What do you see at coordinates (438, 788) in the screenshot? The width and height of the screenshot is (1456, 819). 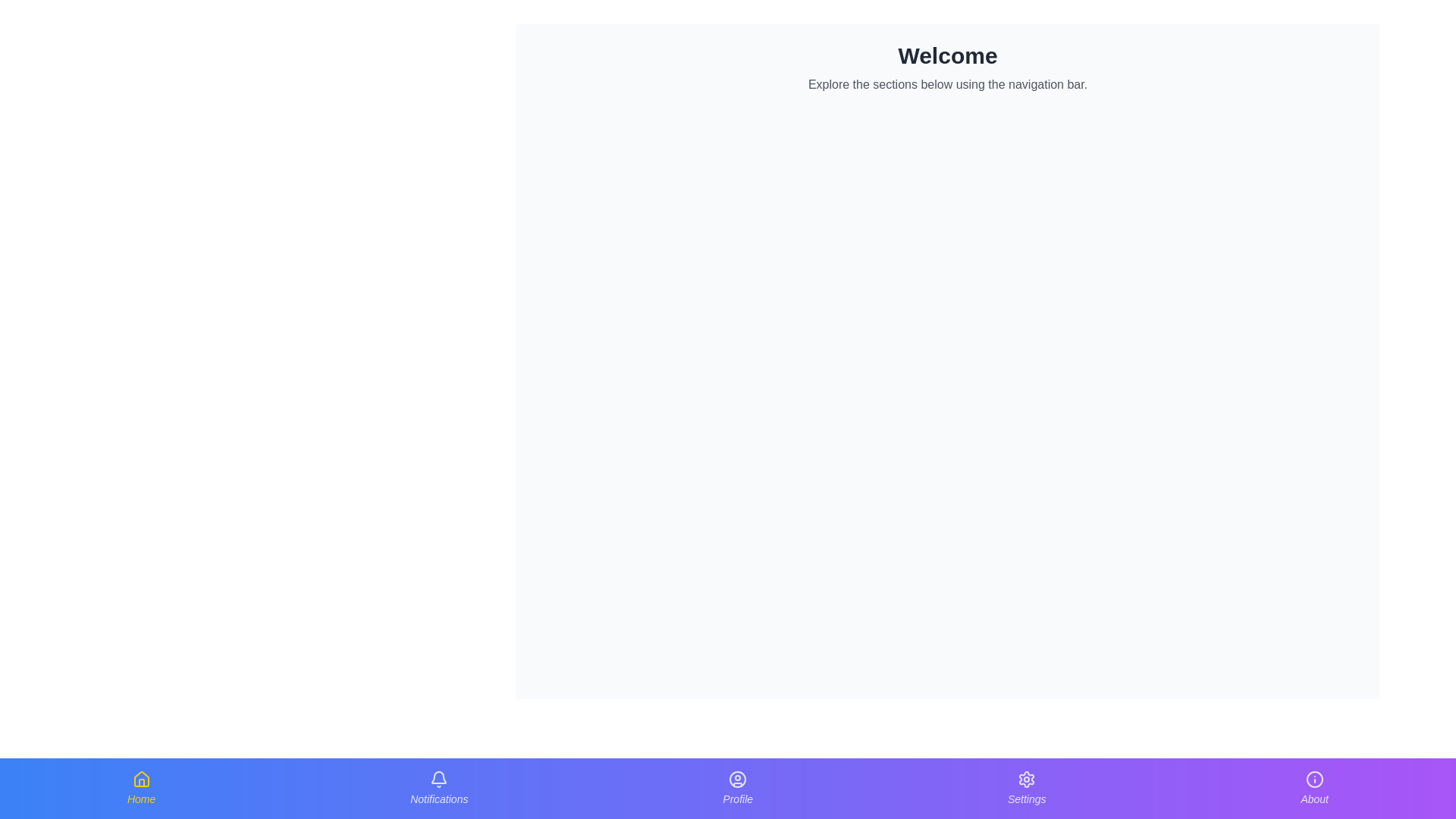 I see `the 'Notifications' button, which features a bell icon and is located in the bottom navigation bar between the 'Home' and 'Profile' buttons, to apply the scale effect` at bounding box center [438, 788].